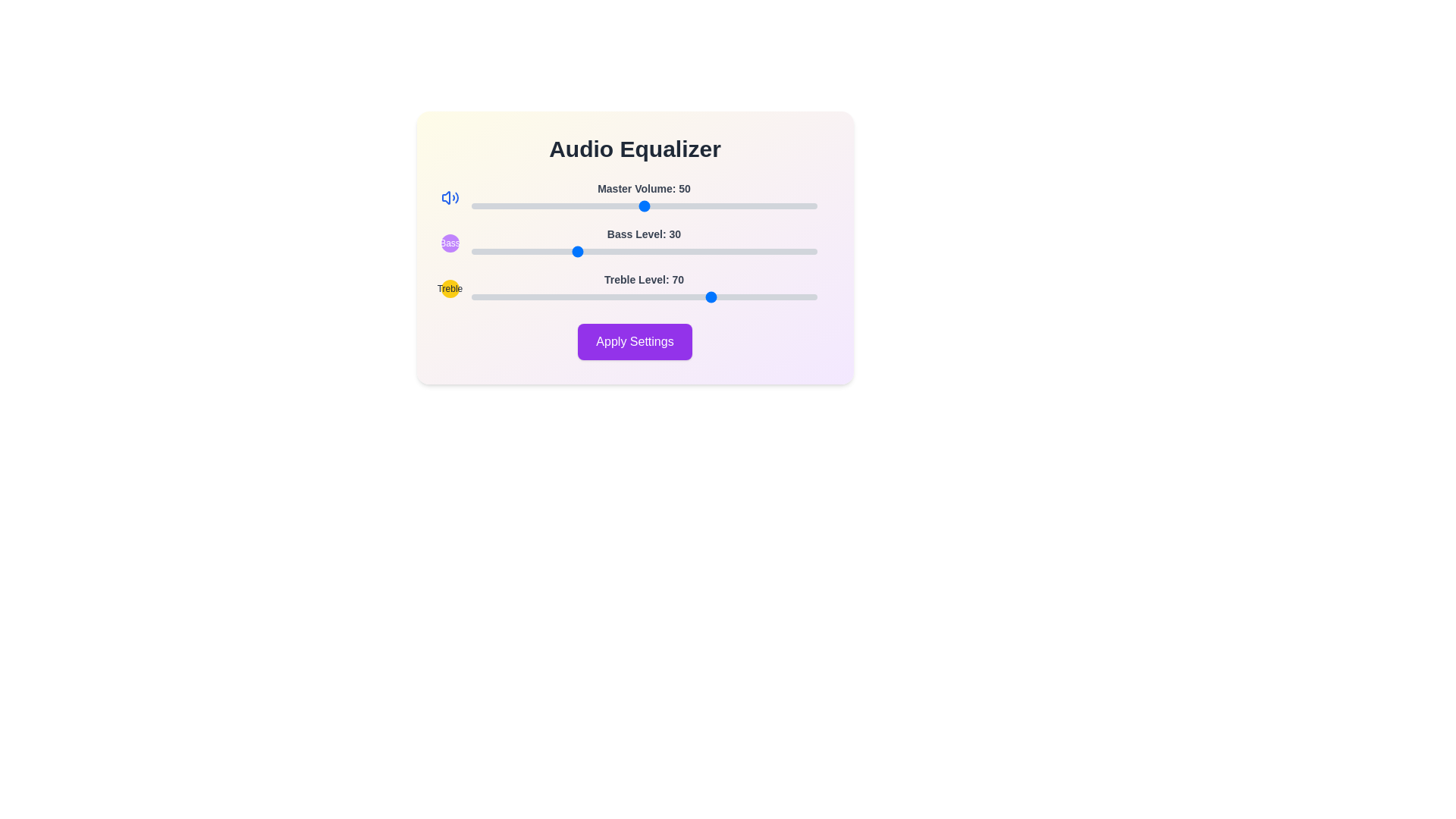 Image resolution: width=1456 pixels, height=819 pixels. Describe the element at coordinates (635, 342) in the screenshot. I see `the rectangular button with a purple background and white text reading 'Apply Settings' located below the sliders in the Audio Equalizer interface` at that location.